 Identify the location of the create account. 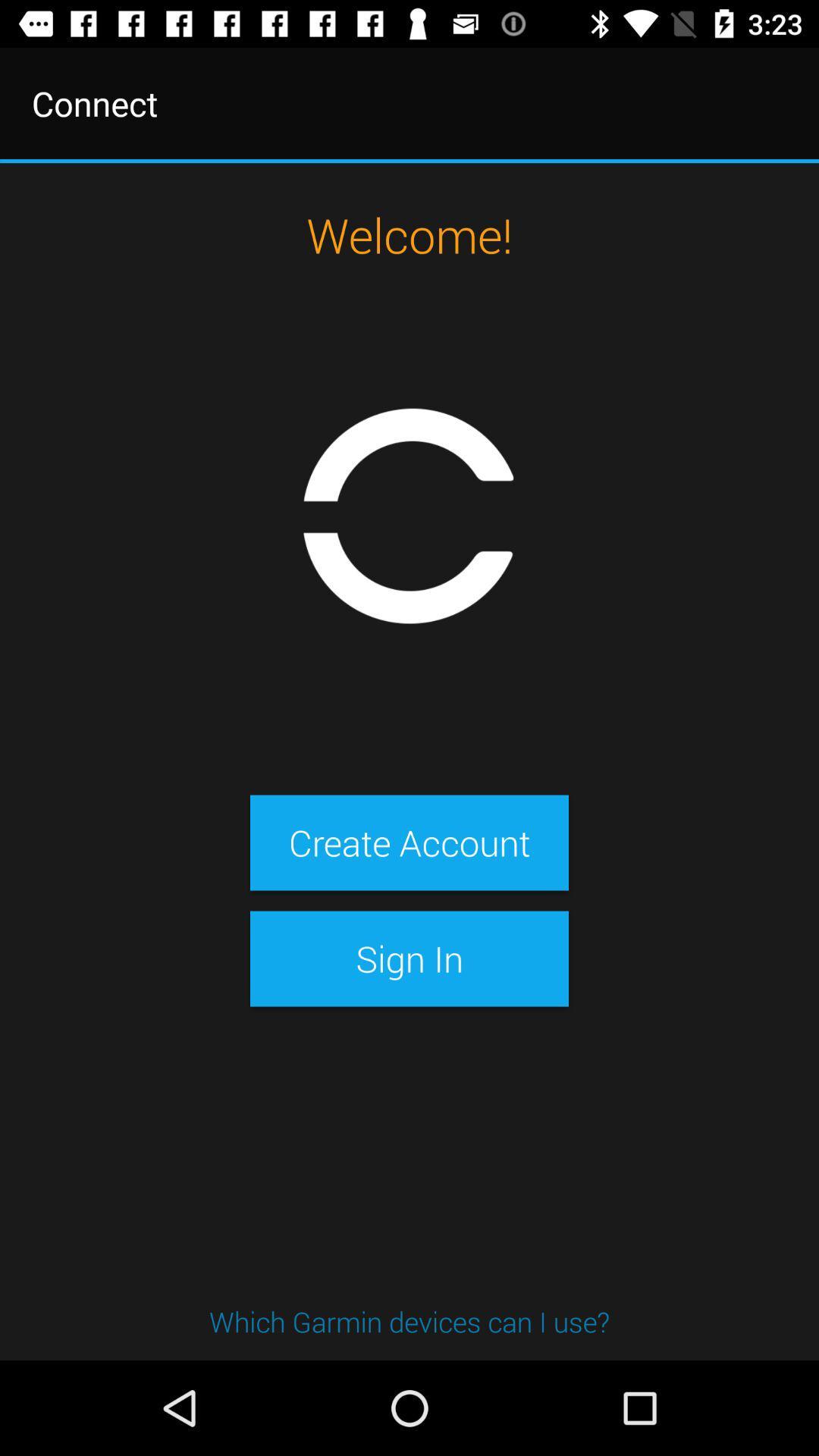
(409, 842).